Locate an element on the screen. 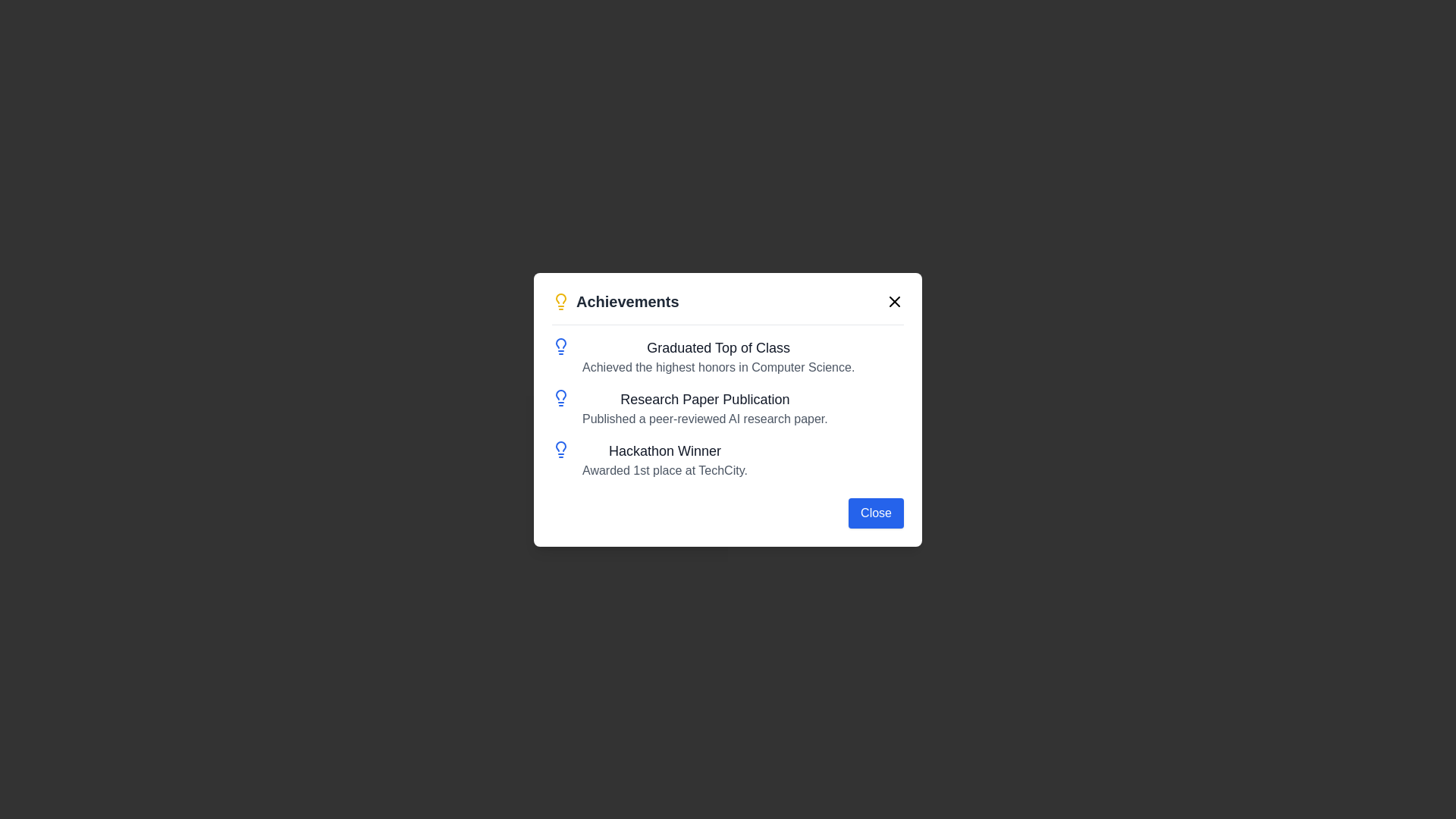 The width and height of the screenshot is (1456, 819). the text label displaying 'Research Paper Publication', which is part of a vertical list in a modal window, positioned below 'Graduated Top of Class' and above 'Hackathon Winner' is located at coordinates (704, 398).